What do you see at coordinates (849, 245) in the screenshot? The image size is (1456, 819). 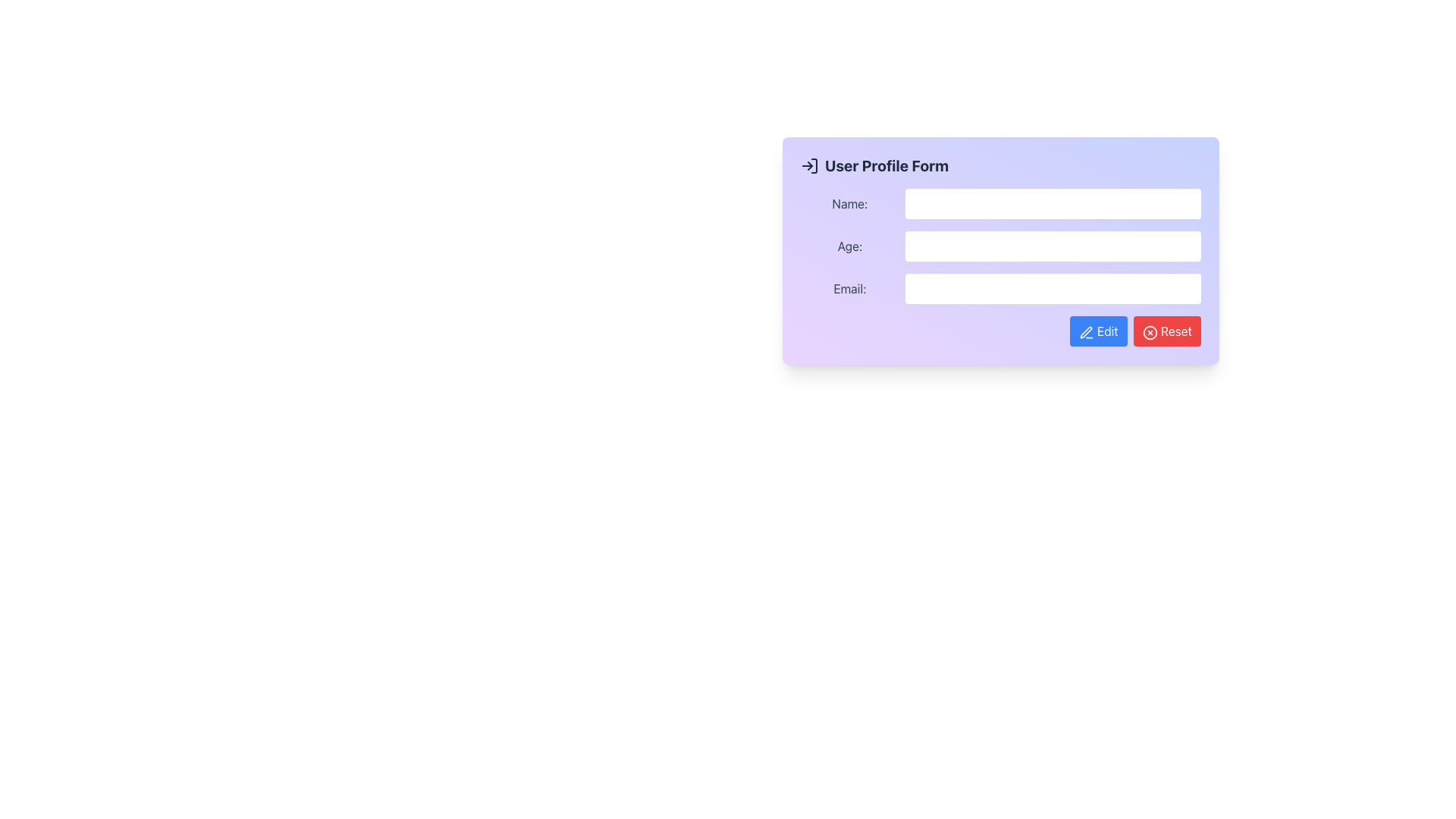 I see `the text label displaying 'Age:' located in the user profile form, which is styled with a muted gray color and appears in the second row to the left of the numeric input field for age` at bounding box center [849, 245].